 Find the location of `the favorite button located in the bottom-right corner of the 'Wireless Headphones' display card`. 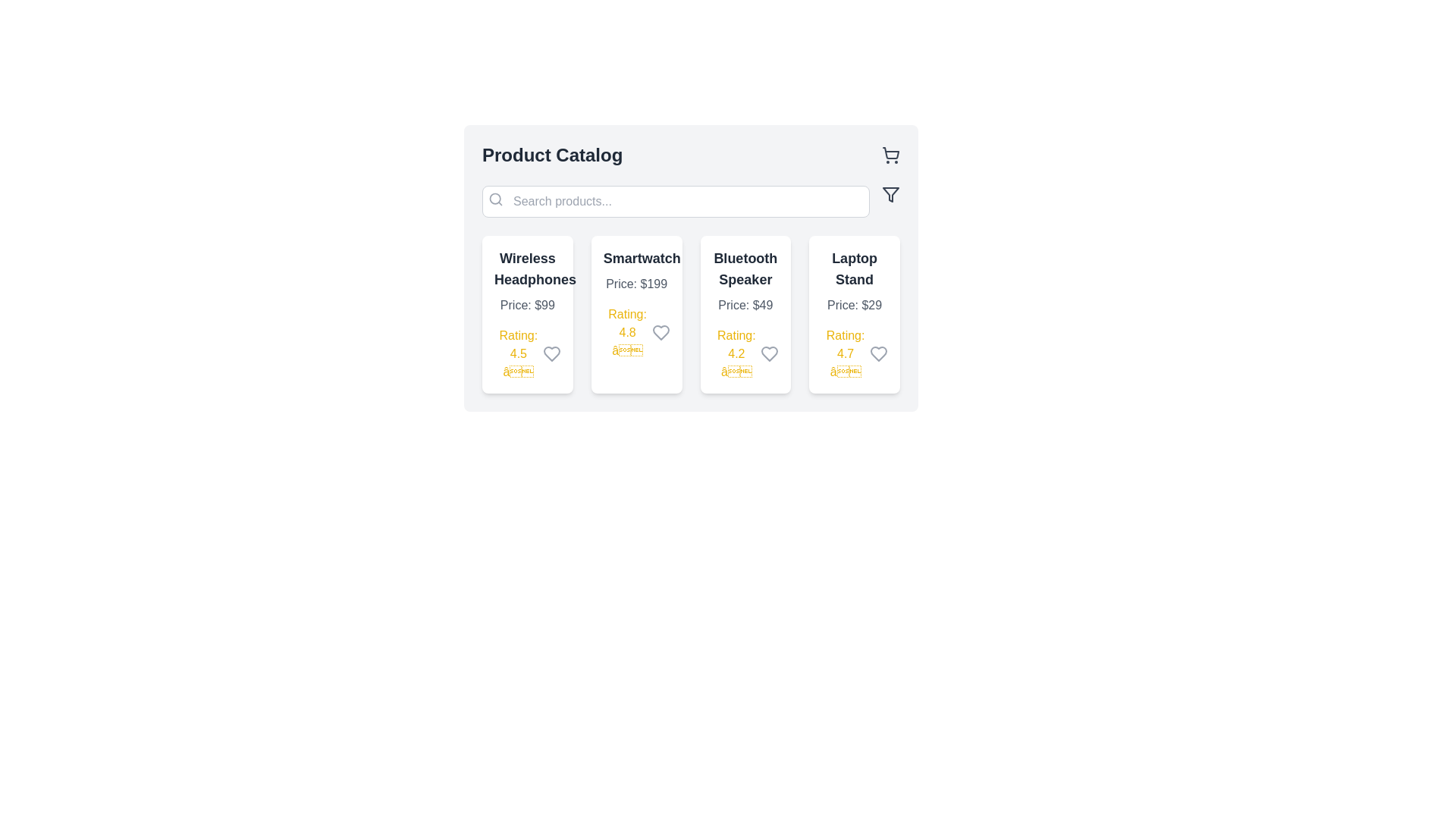

the favorite button located in the bottom-right corner of the 'Wireless Headphones' display card is located at coordinates (551, 353).